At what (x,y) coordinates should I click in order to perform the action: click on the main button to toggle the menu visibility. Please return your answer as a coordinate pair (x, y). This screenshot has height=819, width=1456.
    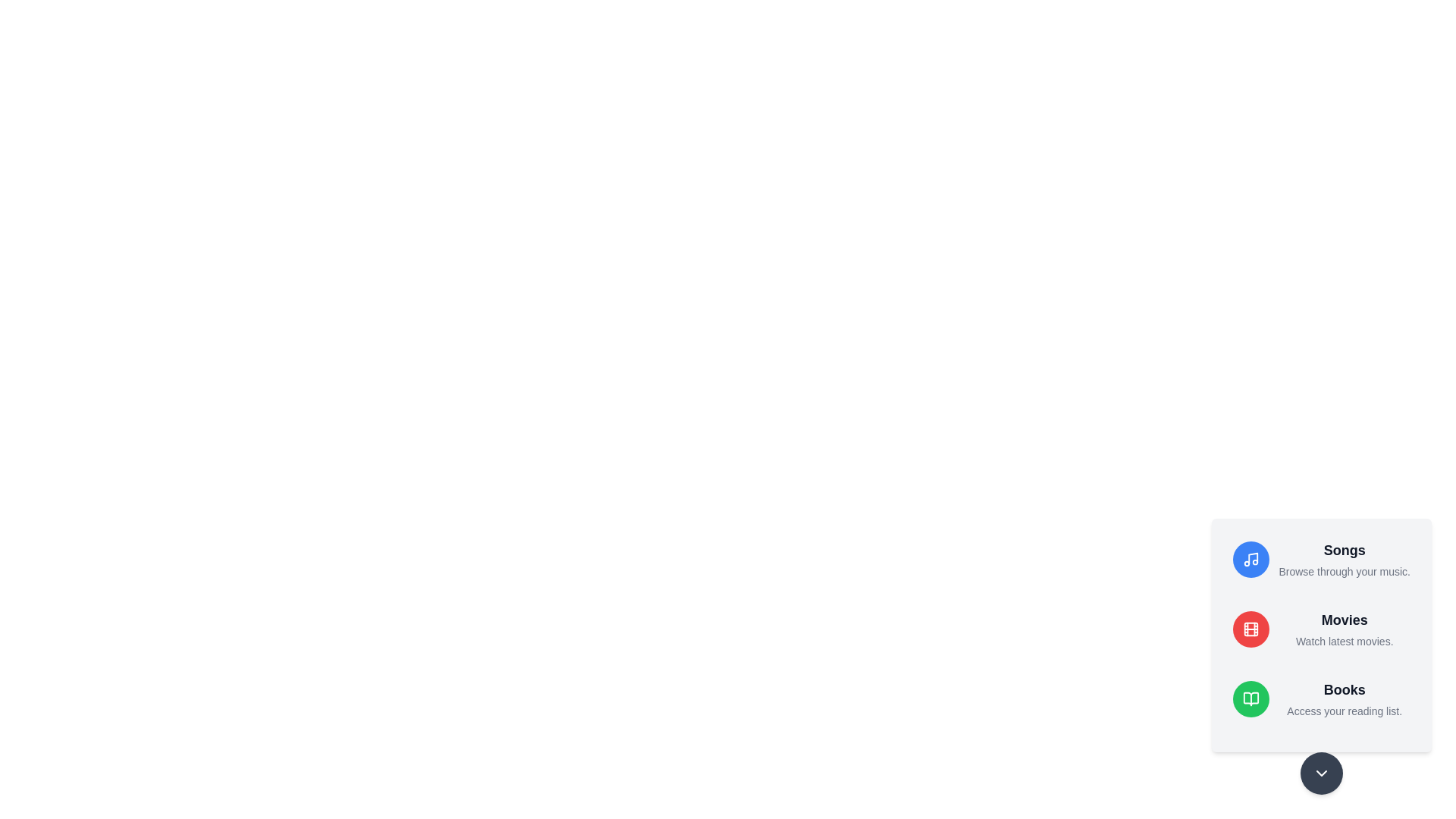
    Looking at the image, I should click on (1321, 773).